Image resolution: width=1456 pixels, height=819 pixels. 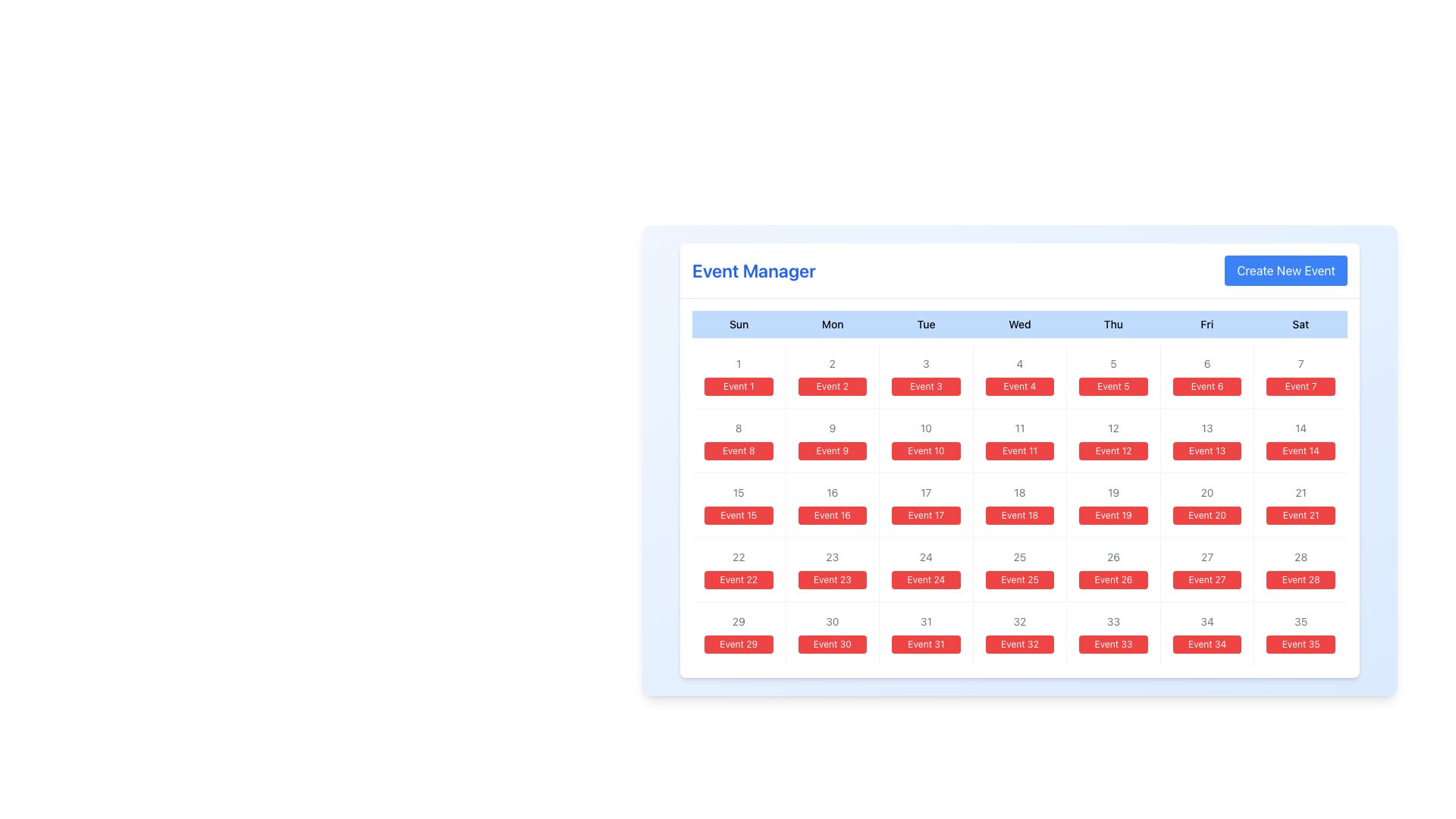 I want to click on the non-interactive text label styled as a button with a red background and white text displaying 'Event 16', located in the calendar interface, so click(x=831, y=514).